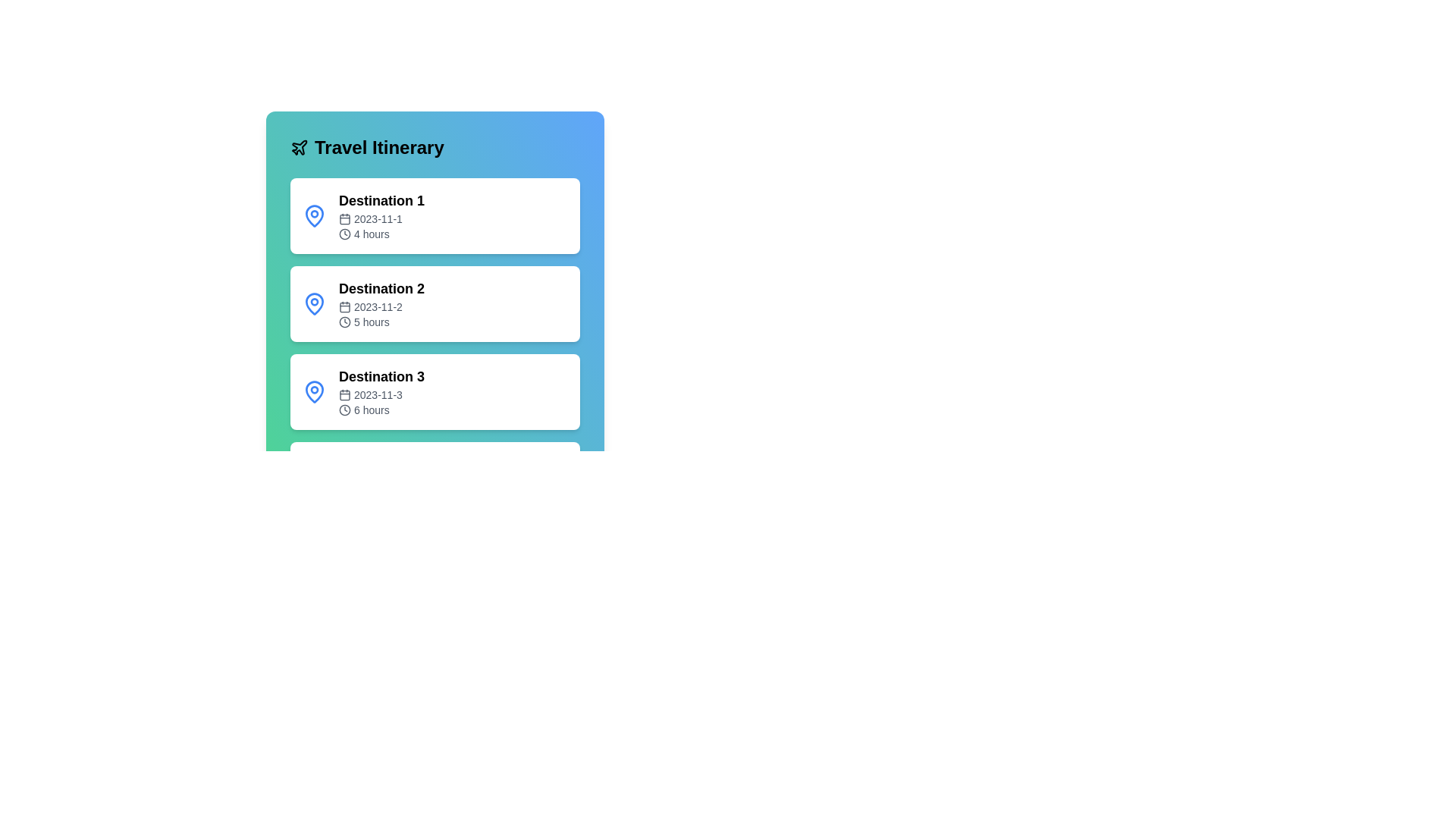 This screenshot has height=819, width=1456. Describe the element at coordinates (313, 304) in the screenshot. I see `the blue pin-shaped icon located to the left of the 'Destination 2' text, beneath the 'Destination 1' entry` at that location.